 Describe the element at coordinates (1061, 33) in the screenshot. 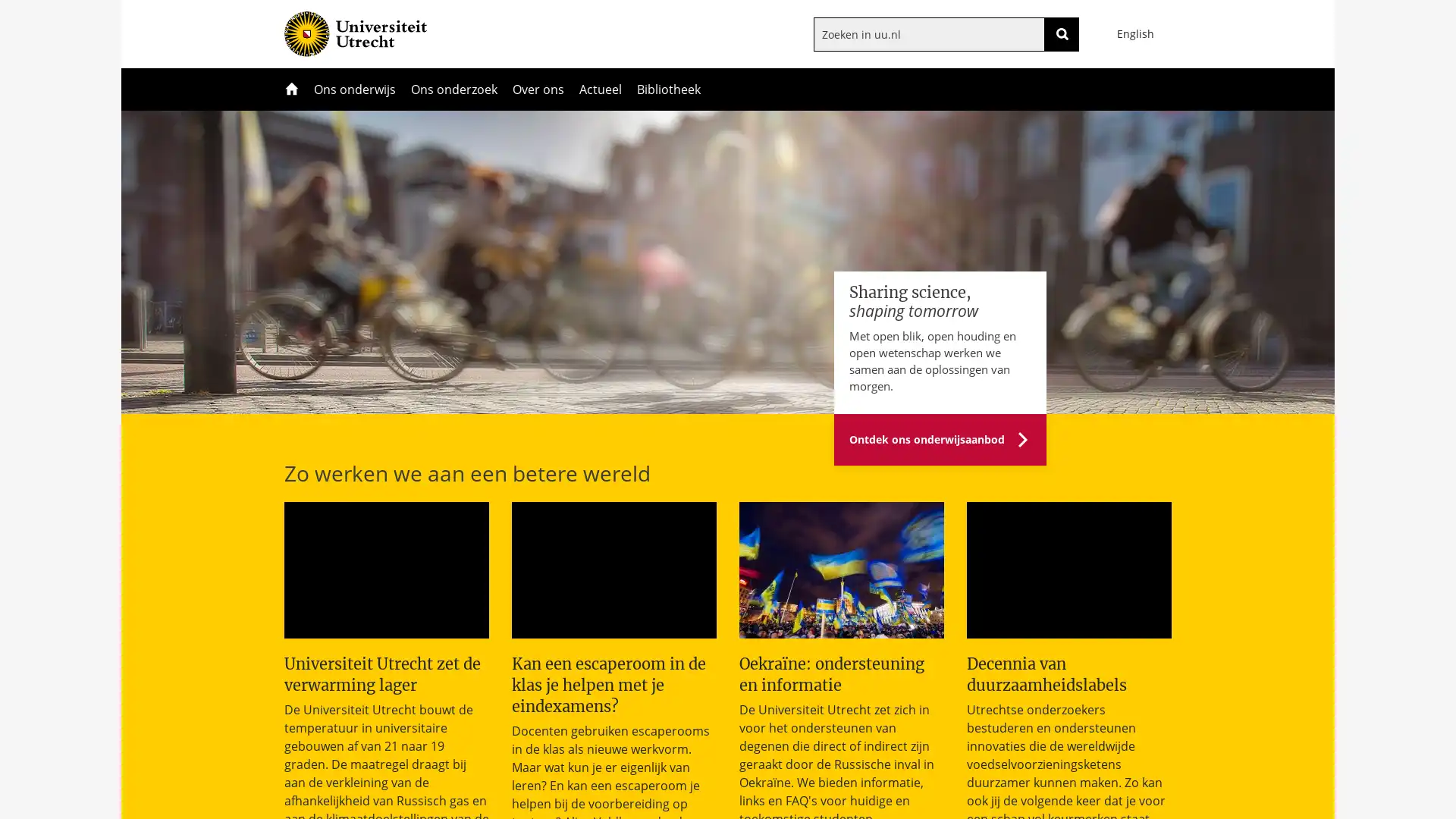

I see `ZOEKEN` at that location.